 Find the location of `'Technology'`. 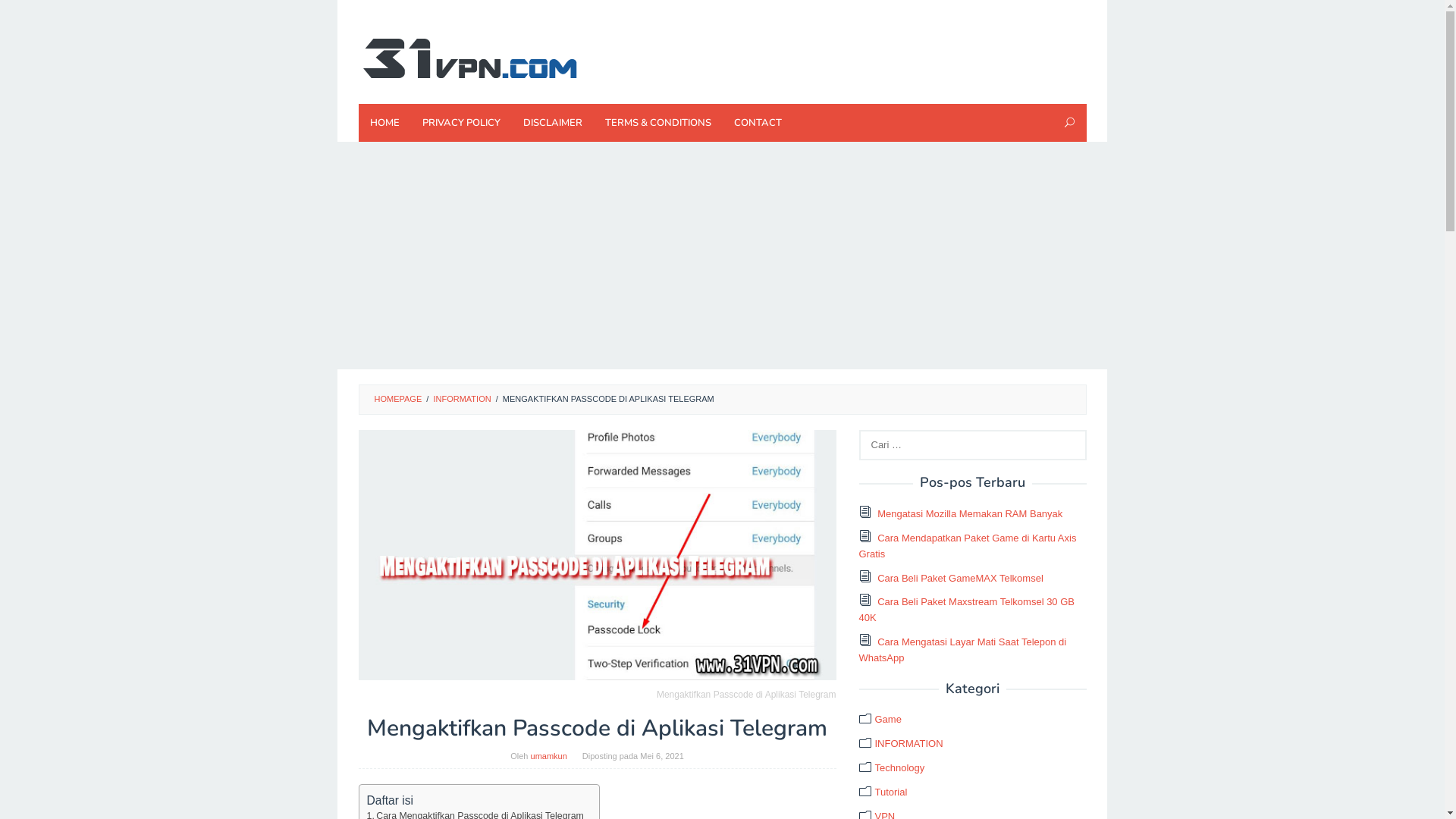

'Technology' is located at coordinates (899, 767).